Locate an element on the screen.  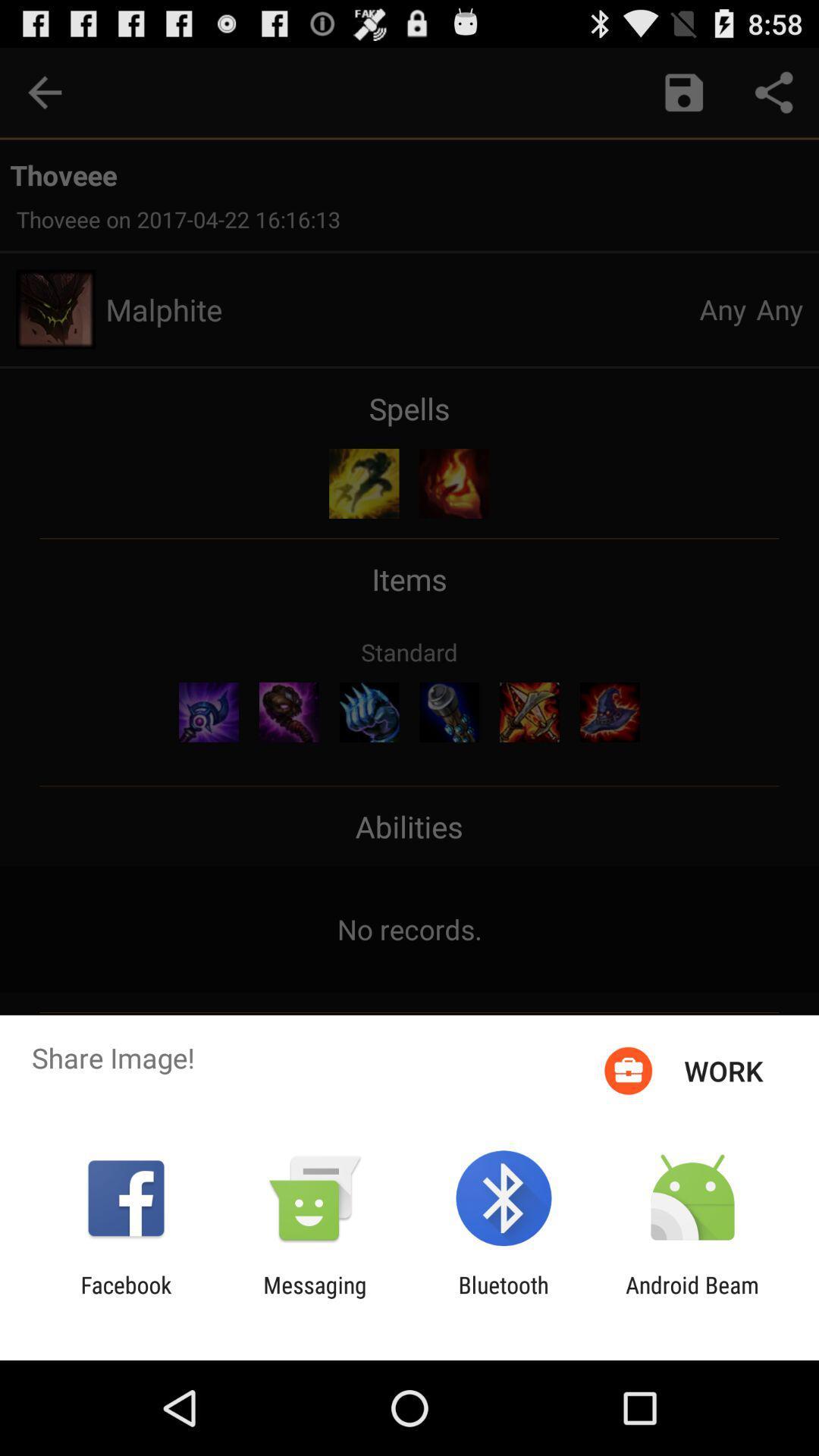
item to the right of messaging icon is located at coordinates (504, 1298).